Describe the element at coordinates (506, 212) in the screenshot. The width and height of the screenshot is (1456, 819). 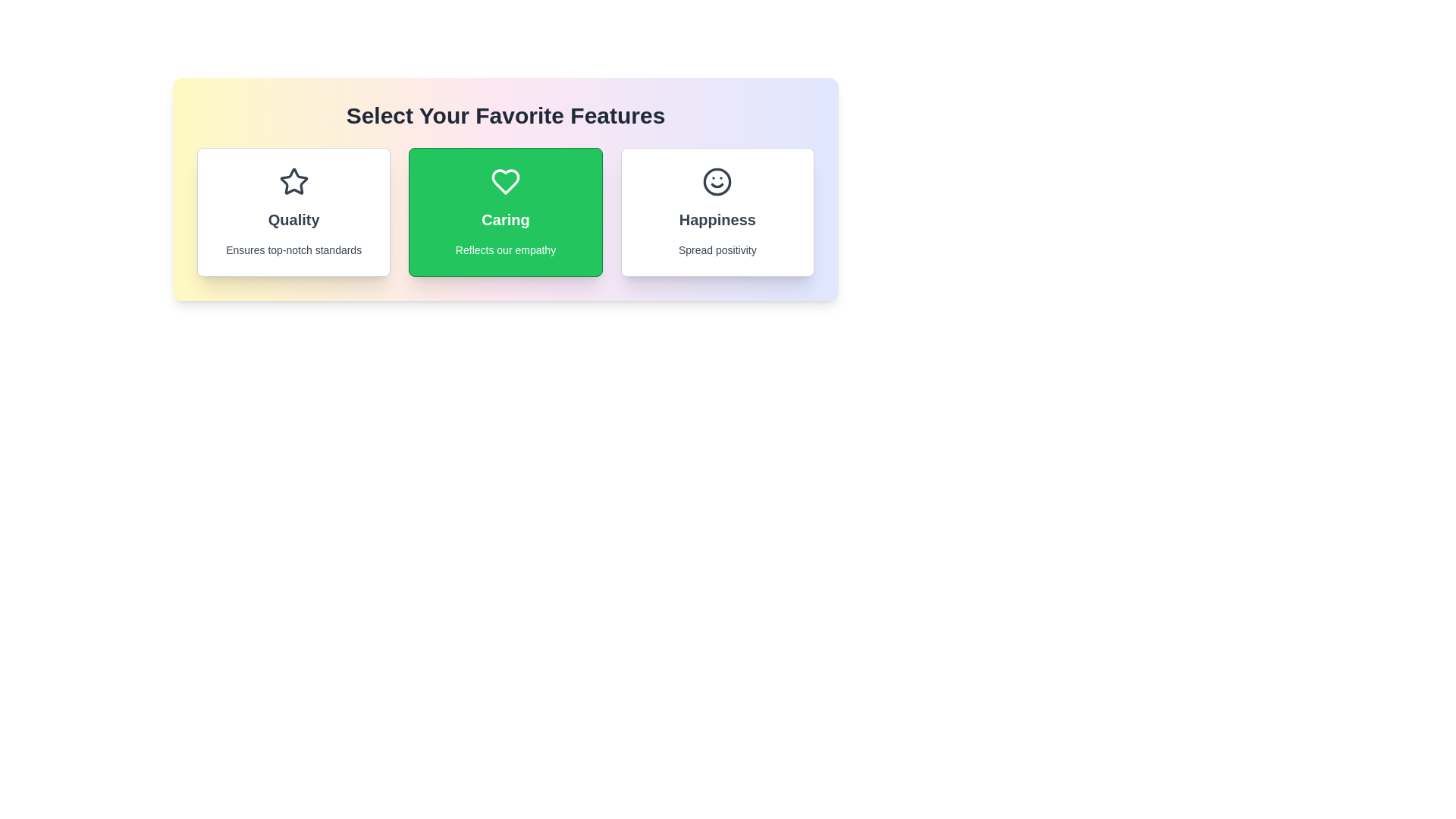
I see `the feature card Caring by clicking on it` at that location.